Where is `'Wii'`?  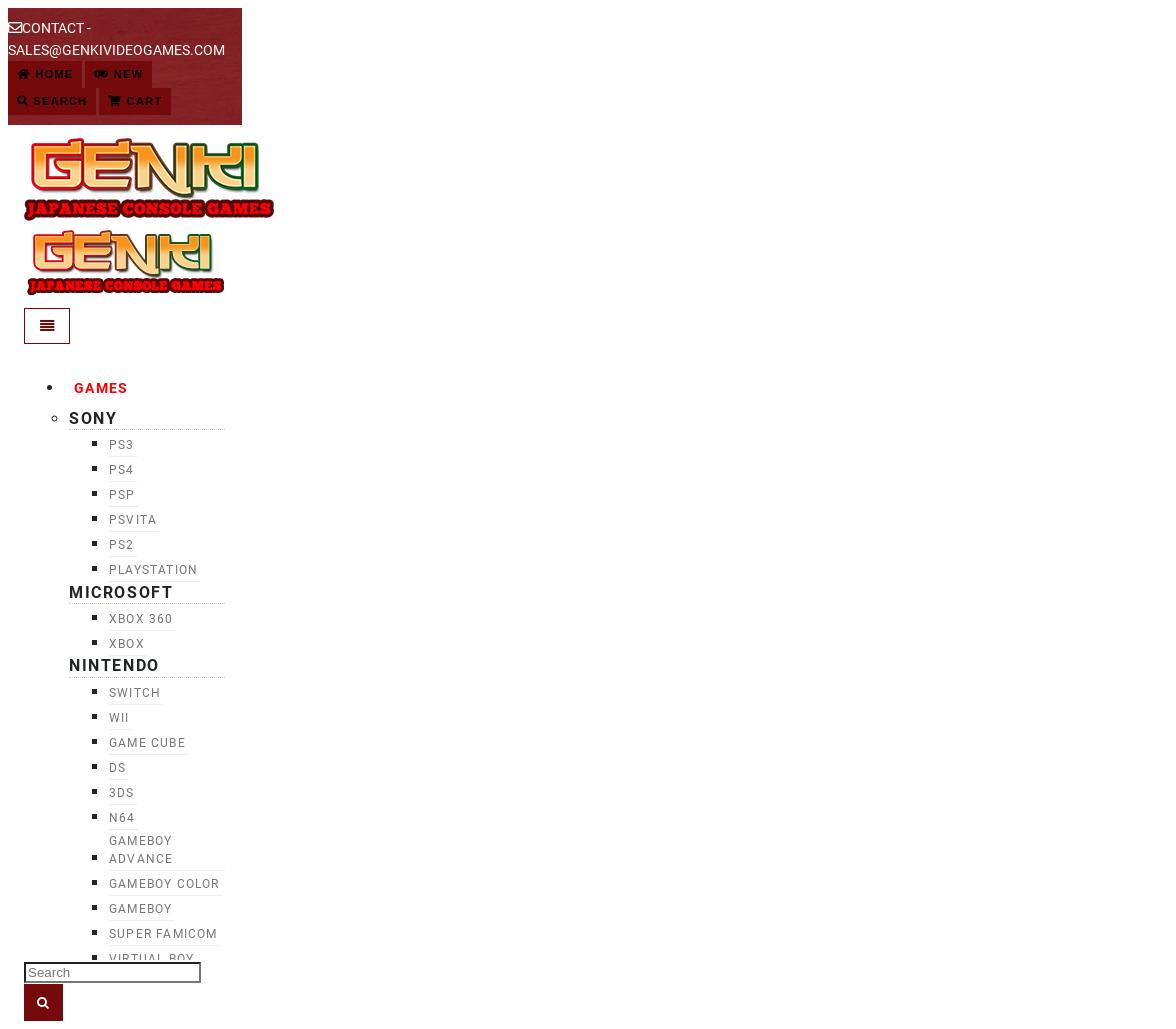 'Wii' is located at coordinates (119, 716).